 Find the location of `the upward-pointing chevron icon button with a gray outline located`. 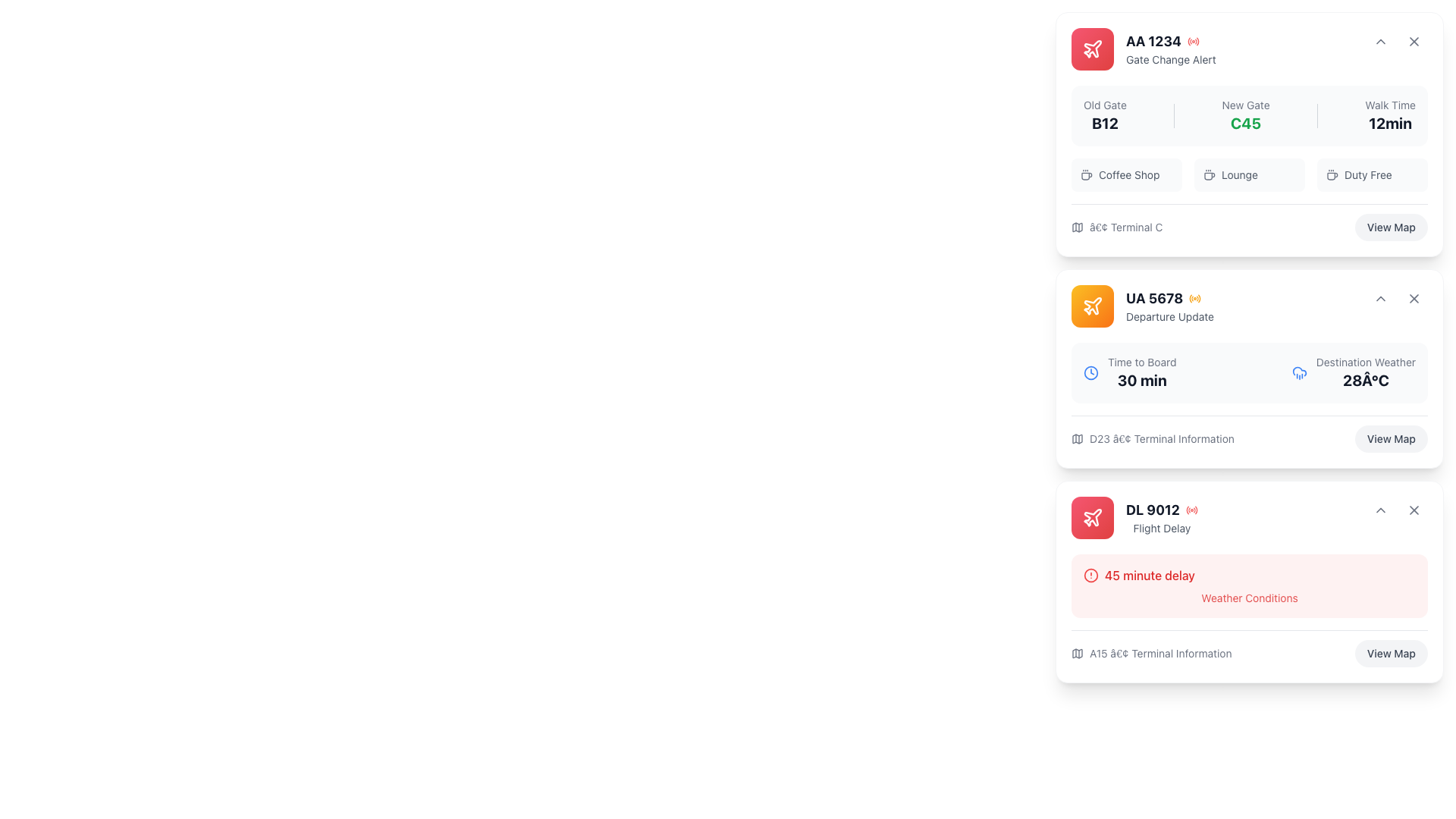

the upward-pointing chevron icon button with a gray outline located is located at coordinates (1380, 298).